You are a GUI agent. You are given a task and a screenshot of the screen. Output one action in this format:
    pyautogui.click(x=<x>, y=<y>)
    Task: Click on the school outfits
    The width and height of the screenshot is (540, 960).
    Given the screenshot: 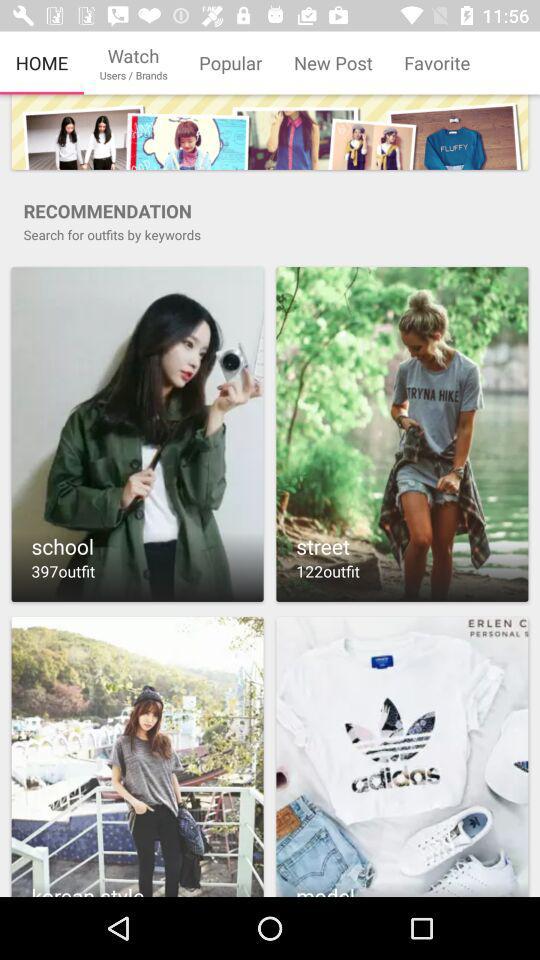 What is the action you would take?
    pyautogui.click(x=136, y=434)
    